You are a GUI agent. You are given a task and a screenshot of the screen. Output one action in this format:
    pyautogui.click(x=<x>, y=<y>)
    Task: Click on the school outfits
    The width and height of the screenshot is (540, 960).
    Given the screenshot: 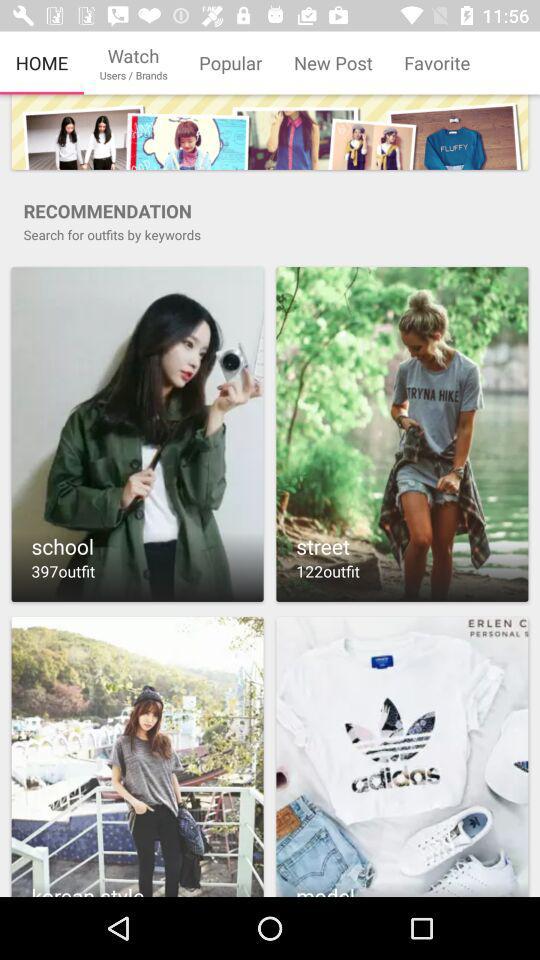 What is the action you would take?
    pyautogui.click(x=136, y=434)
    